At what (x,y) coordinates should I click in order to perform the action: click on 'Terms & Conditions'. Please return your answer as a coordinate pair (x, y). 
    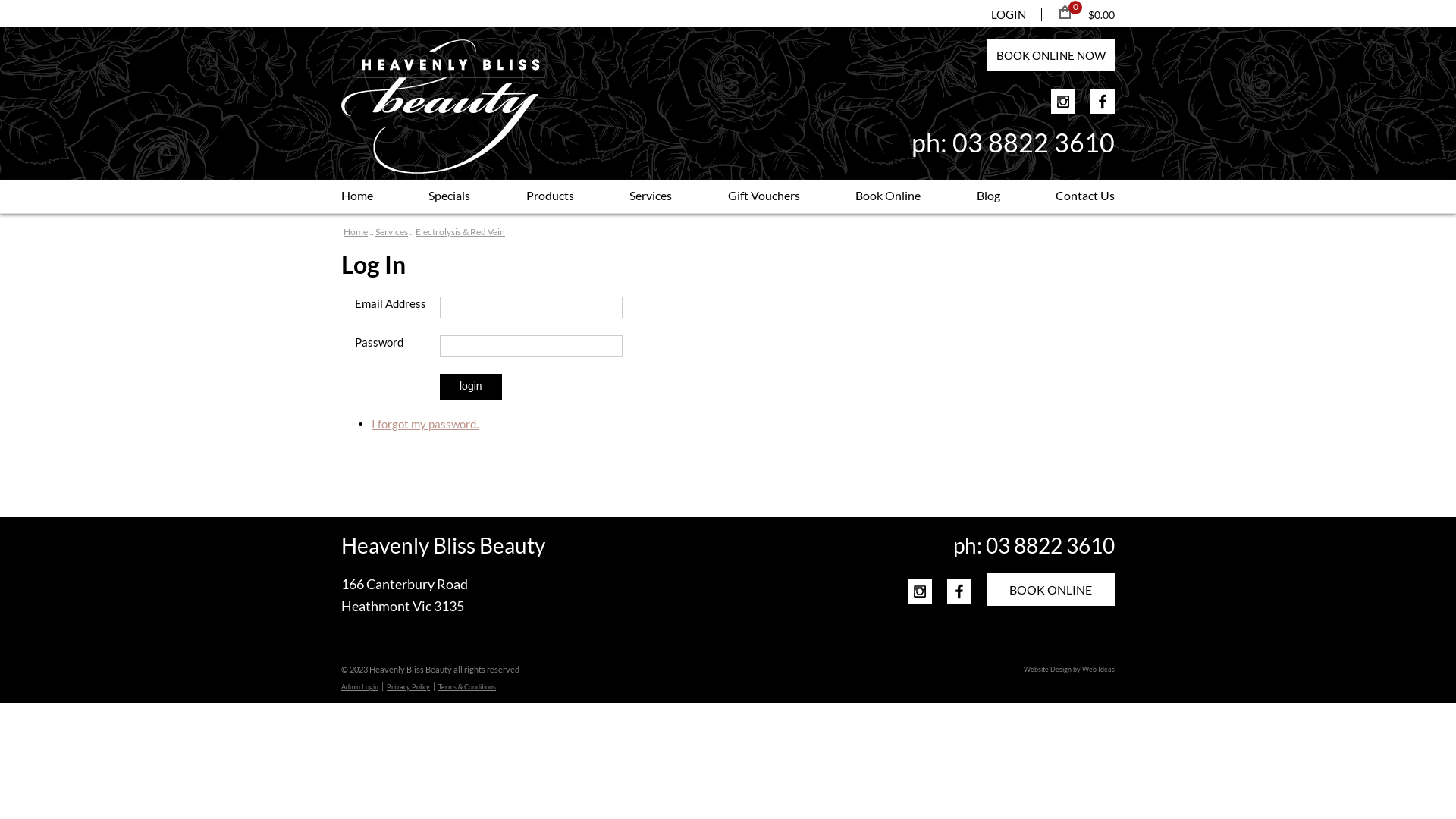
    Looking at the image, I should click on (466, 686).